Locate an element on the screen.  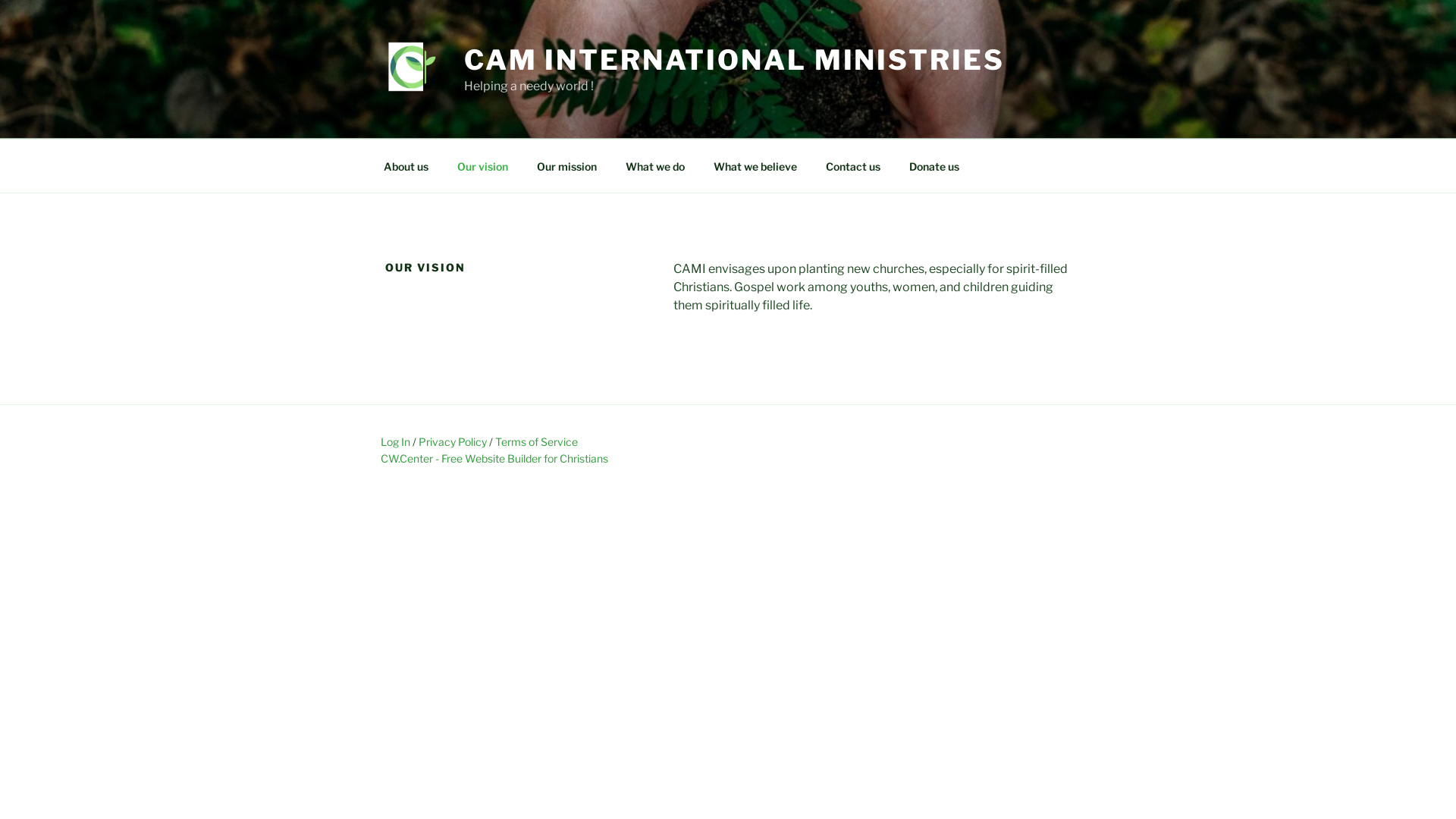
'Donate us' is located at coordinates (933, 165).